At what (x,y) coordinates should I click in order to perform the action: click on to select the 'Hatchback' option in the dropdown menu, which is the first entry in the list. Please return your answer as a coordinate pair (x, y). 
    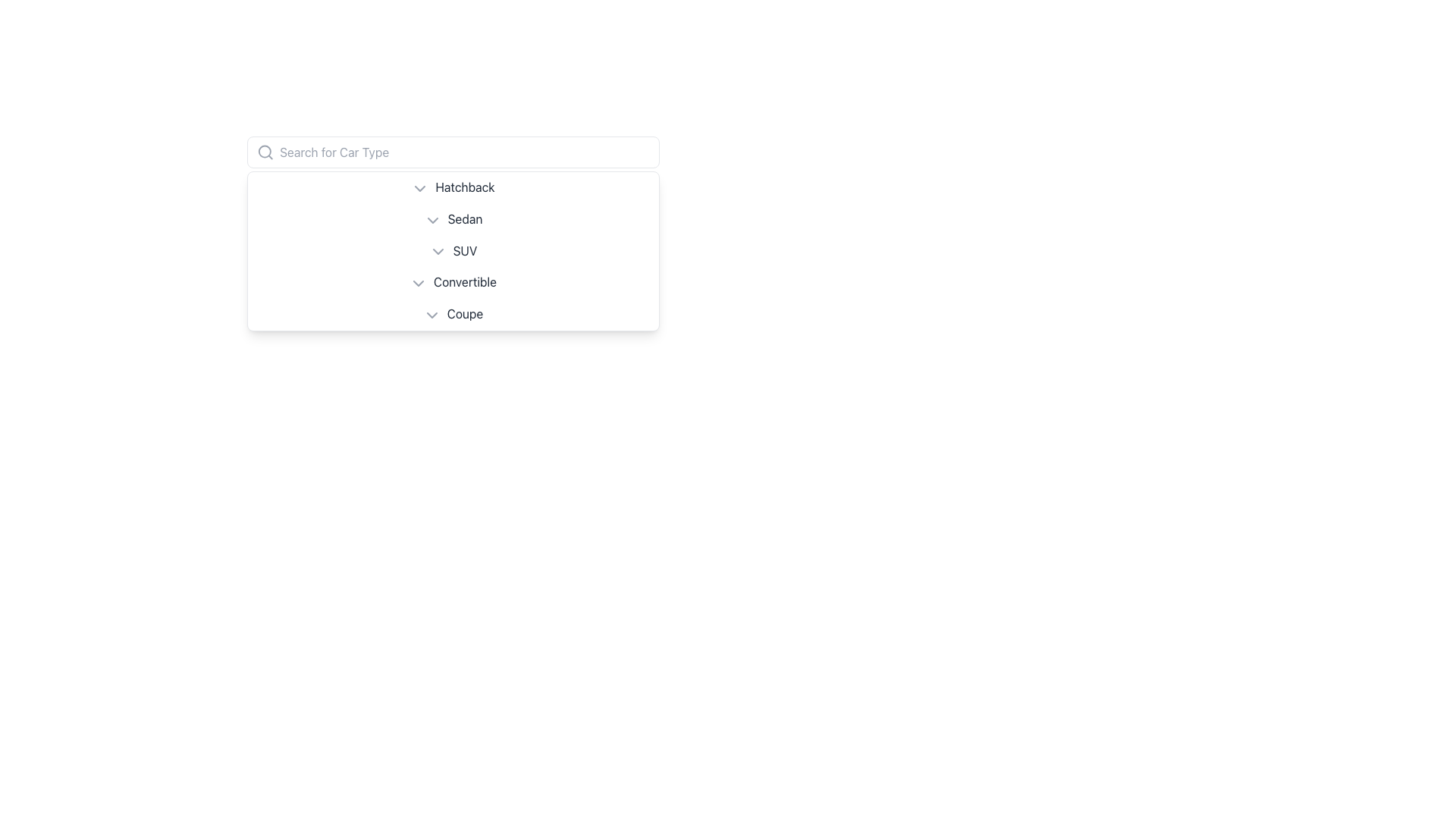
    Looking at the image, I should click on (452, 187).